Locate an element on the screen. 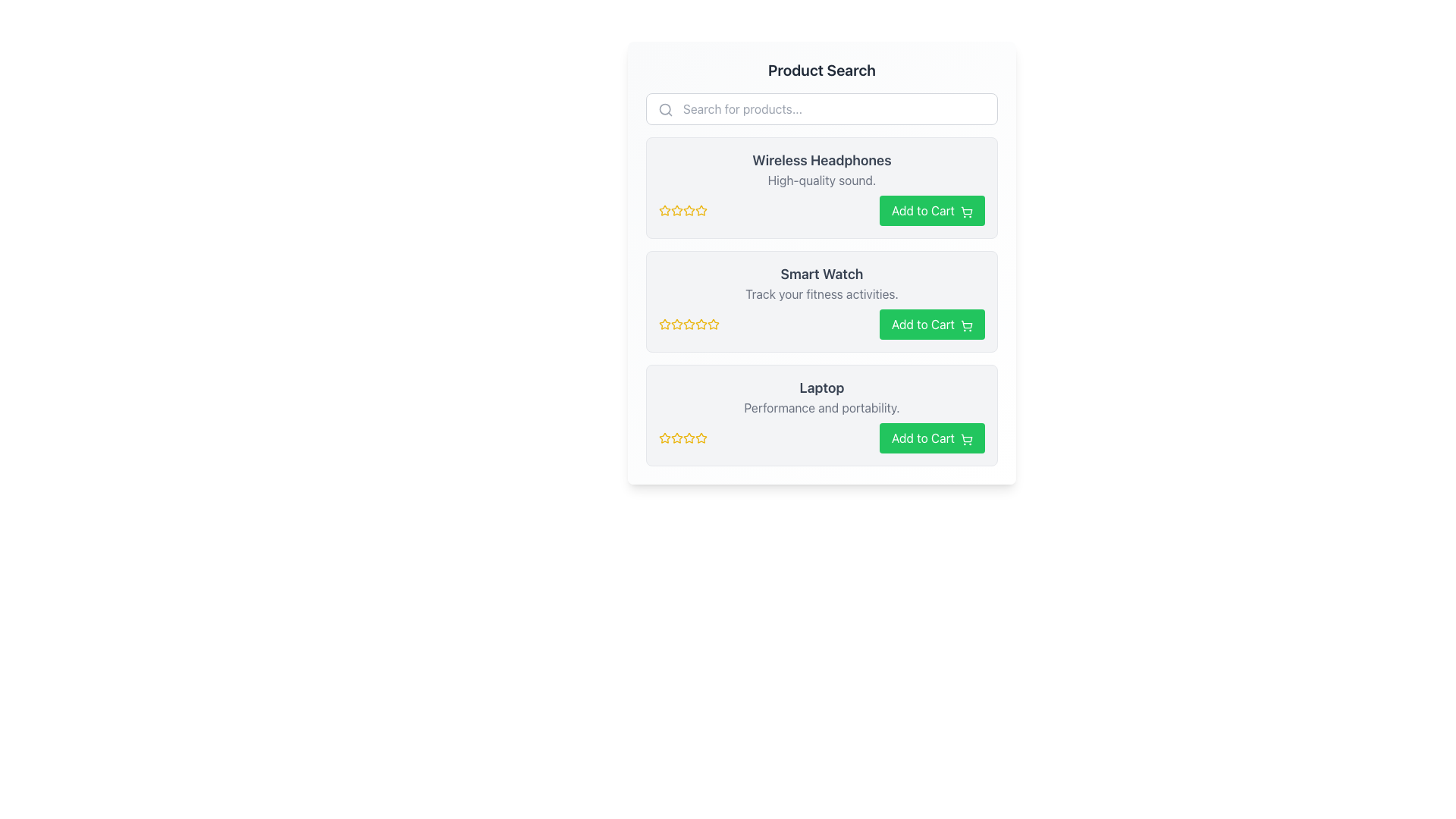 The image size is (1456, 819). the fourth yellow star icon in the star rating system located below the 'Smart Watch' product description is located at coordinates (688, 324).